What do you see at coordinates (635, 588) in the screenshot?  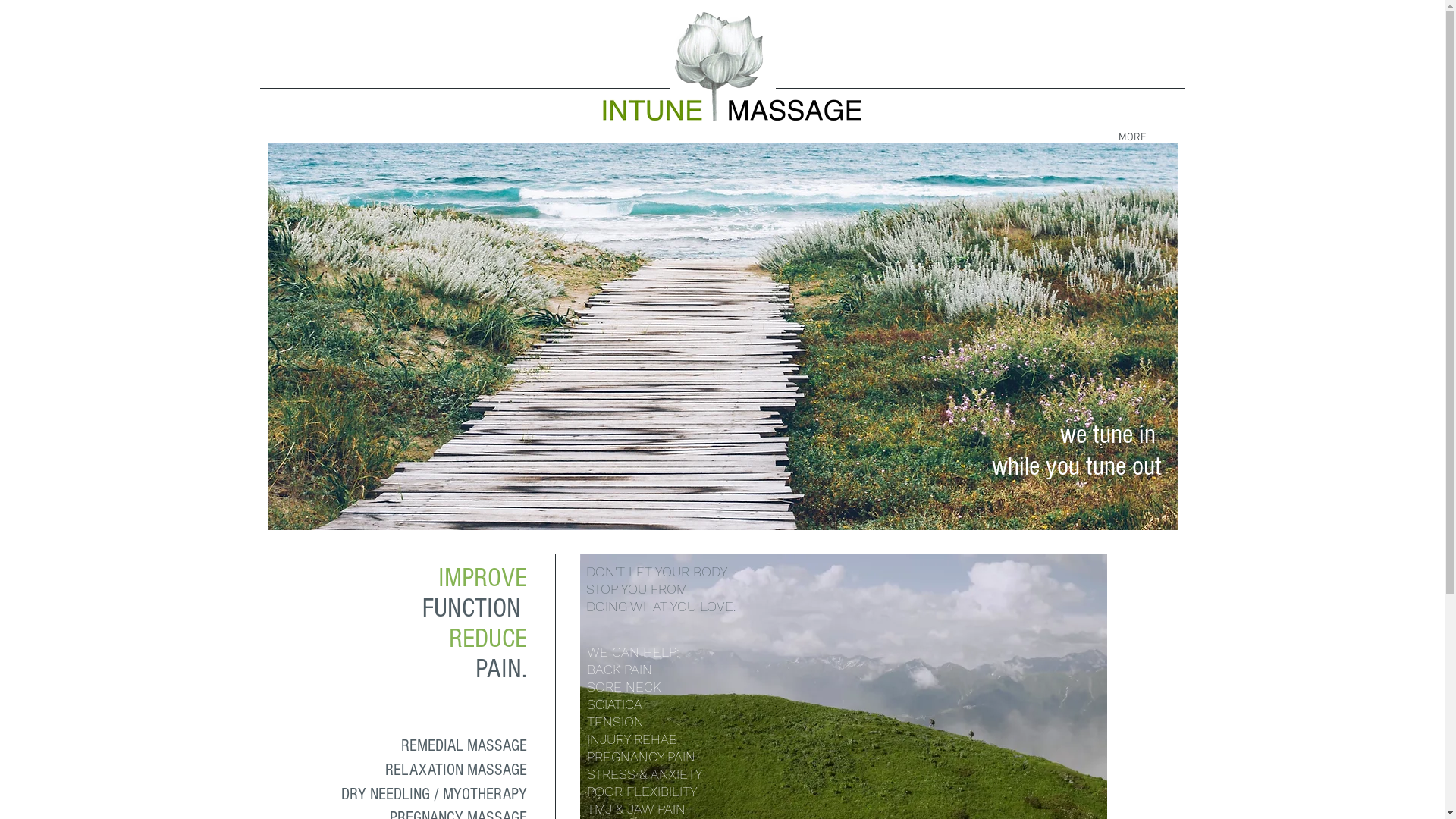 I see `'STOP YOU FROM'` at bounding box center [635, 588].